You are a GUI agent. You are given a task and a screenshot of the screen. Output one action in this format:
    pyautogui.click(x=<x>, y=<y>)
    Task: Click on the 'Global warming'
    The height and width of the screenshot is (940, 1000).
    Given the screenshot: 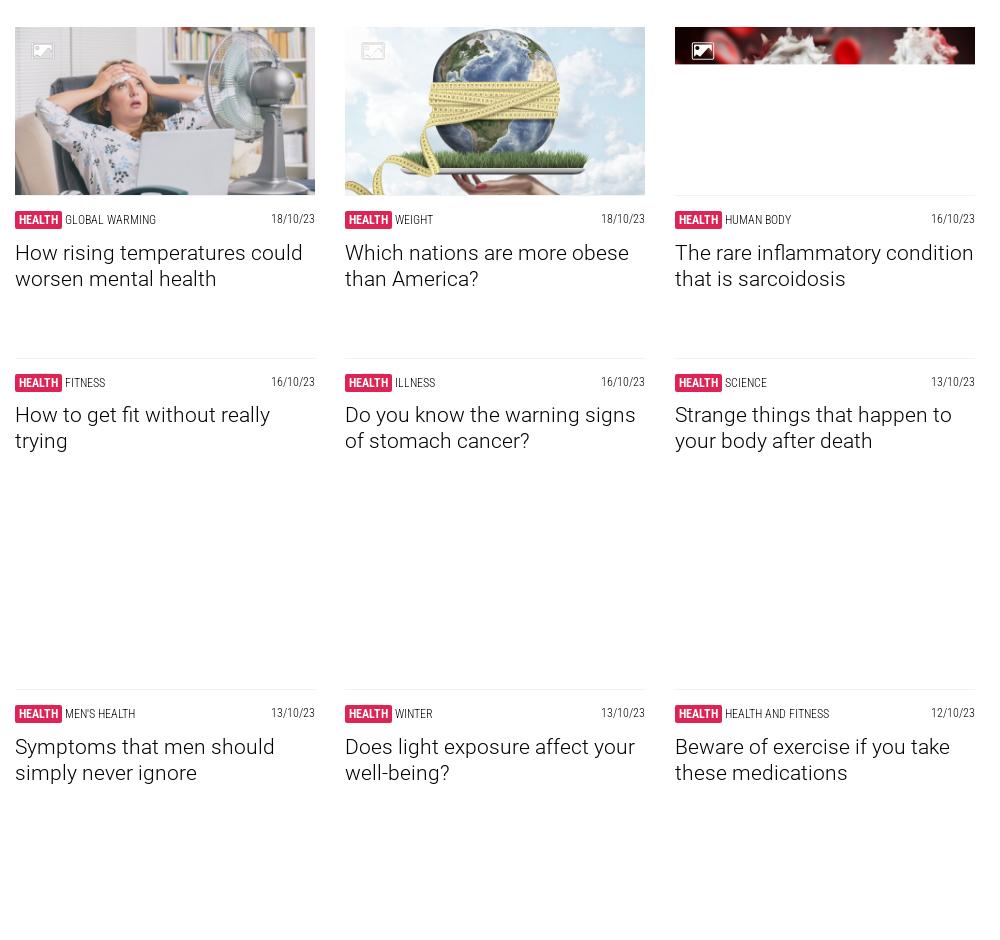 What is the action you would take?
    pyautogui.click(x=109, y=218)
    